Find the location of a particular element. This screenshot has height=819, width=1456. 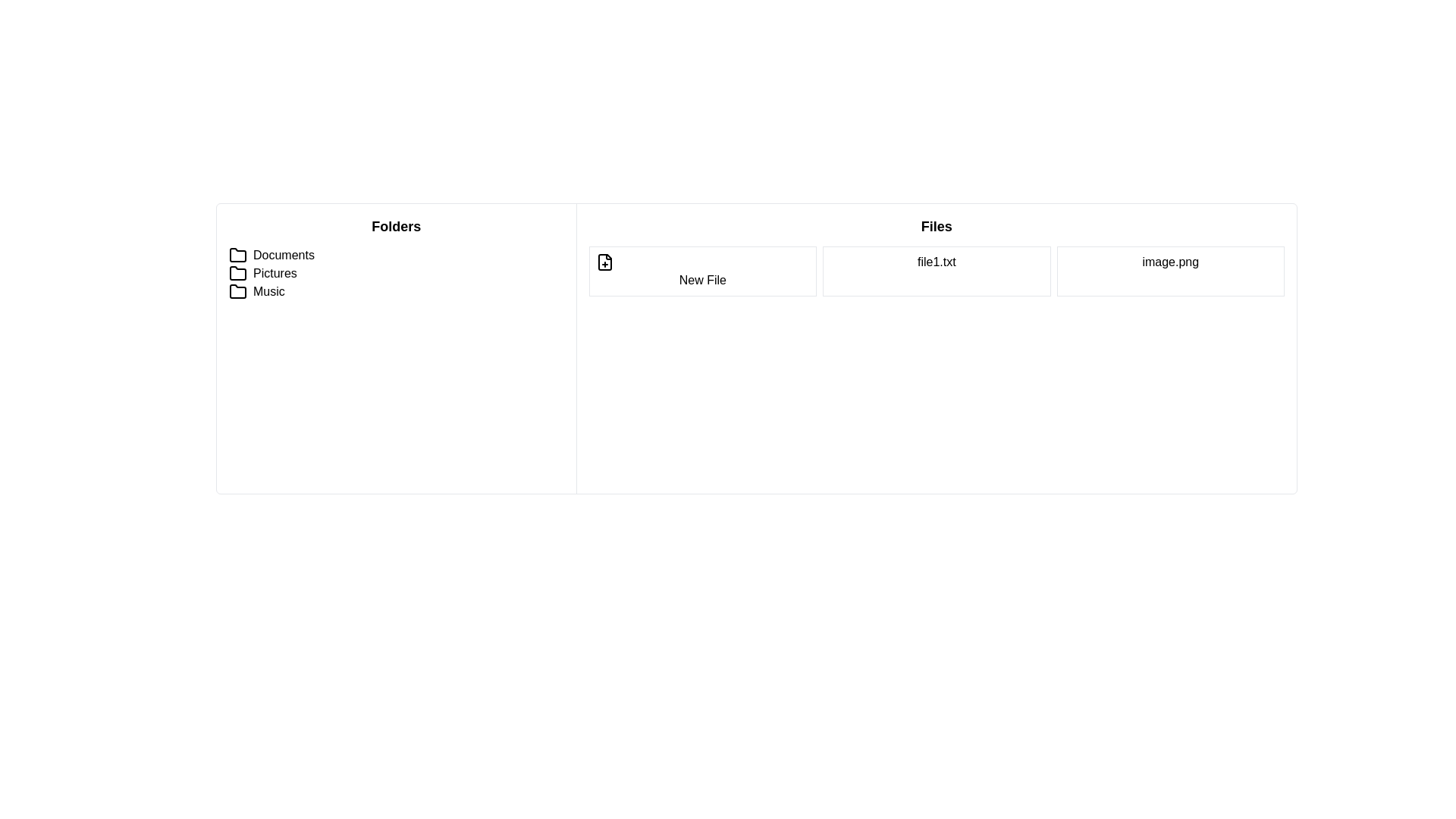

the 'Pictures' item in the list of folders is located at coordinates (396, 274).